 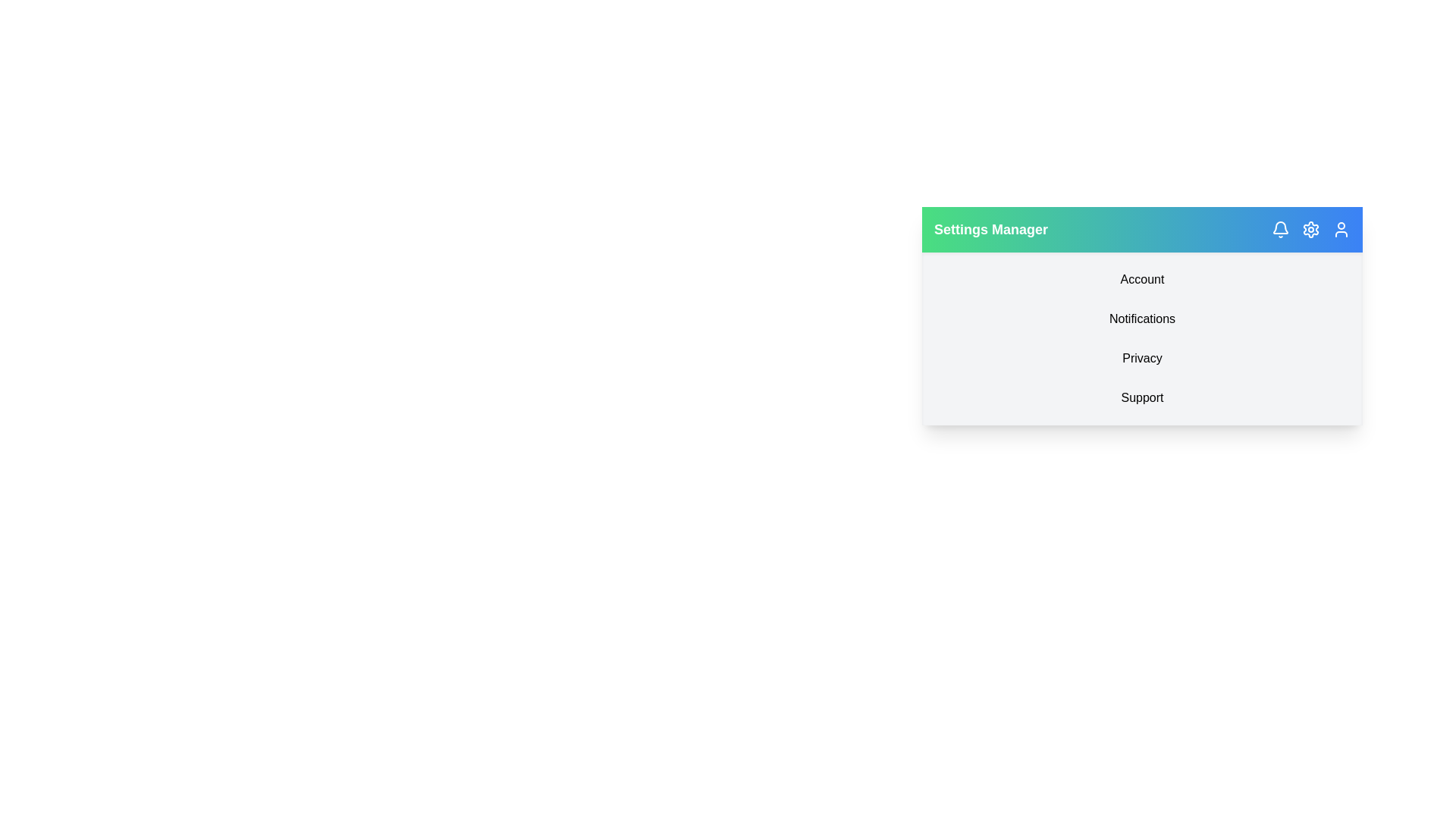 I want to click on the 'Support' menu item in the navigation menu, so click(x=1142, y=397).